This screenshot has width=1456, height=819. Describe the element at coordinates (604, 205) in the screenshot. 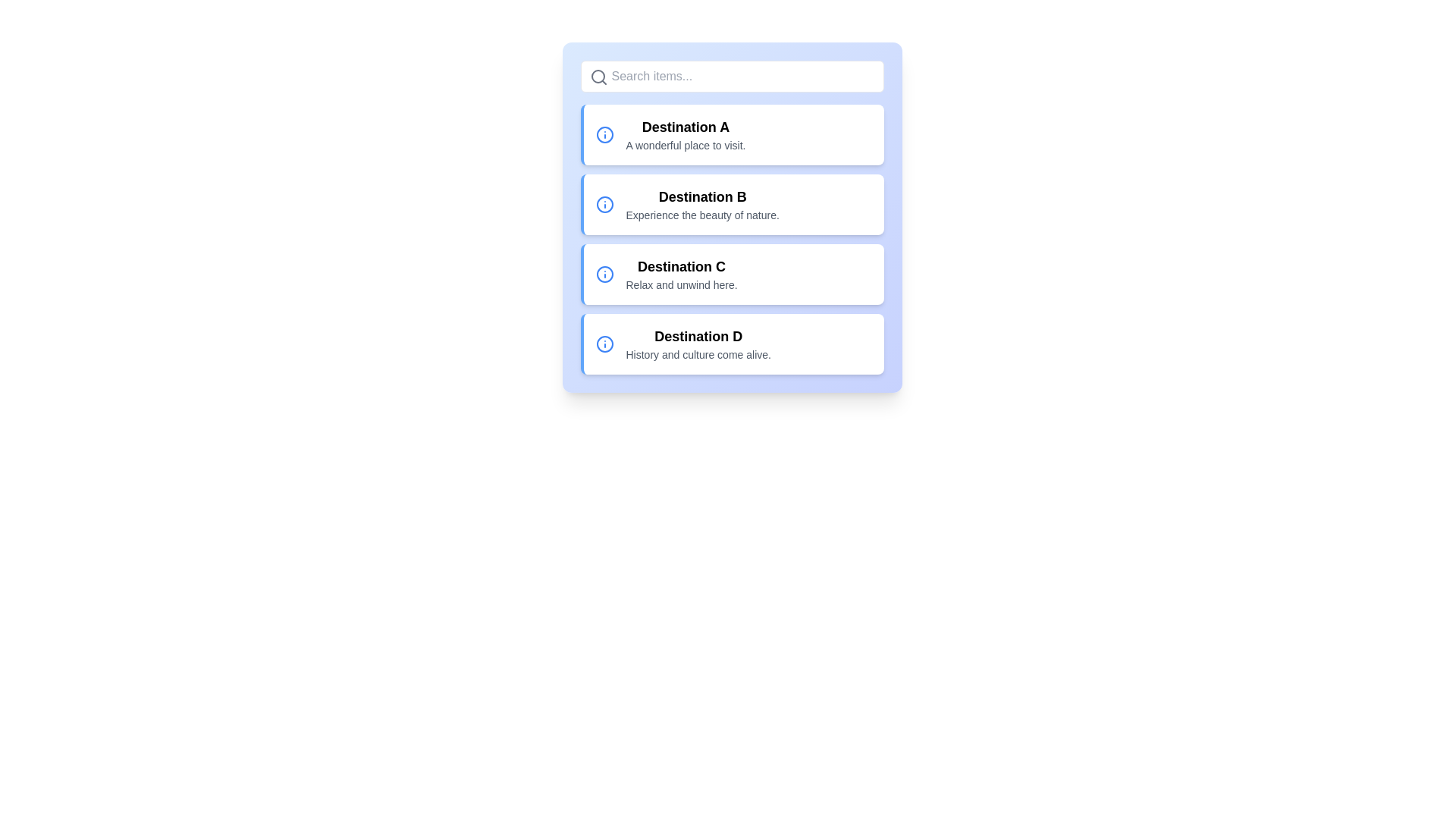

I see `the information icon located to the left of the 'Destination B' text in the second item of the vertical list` at that location.